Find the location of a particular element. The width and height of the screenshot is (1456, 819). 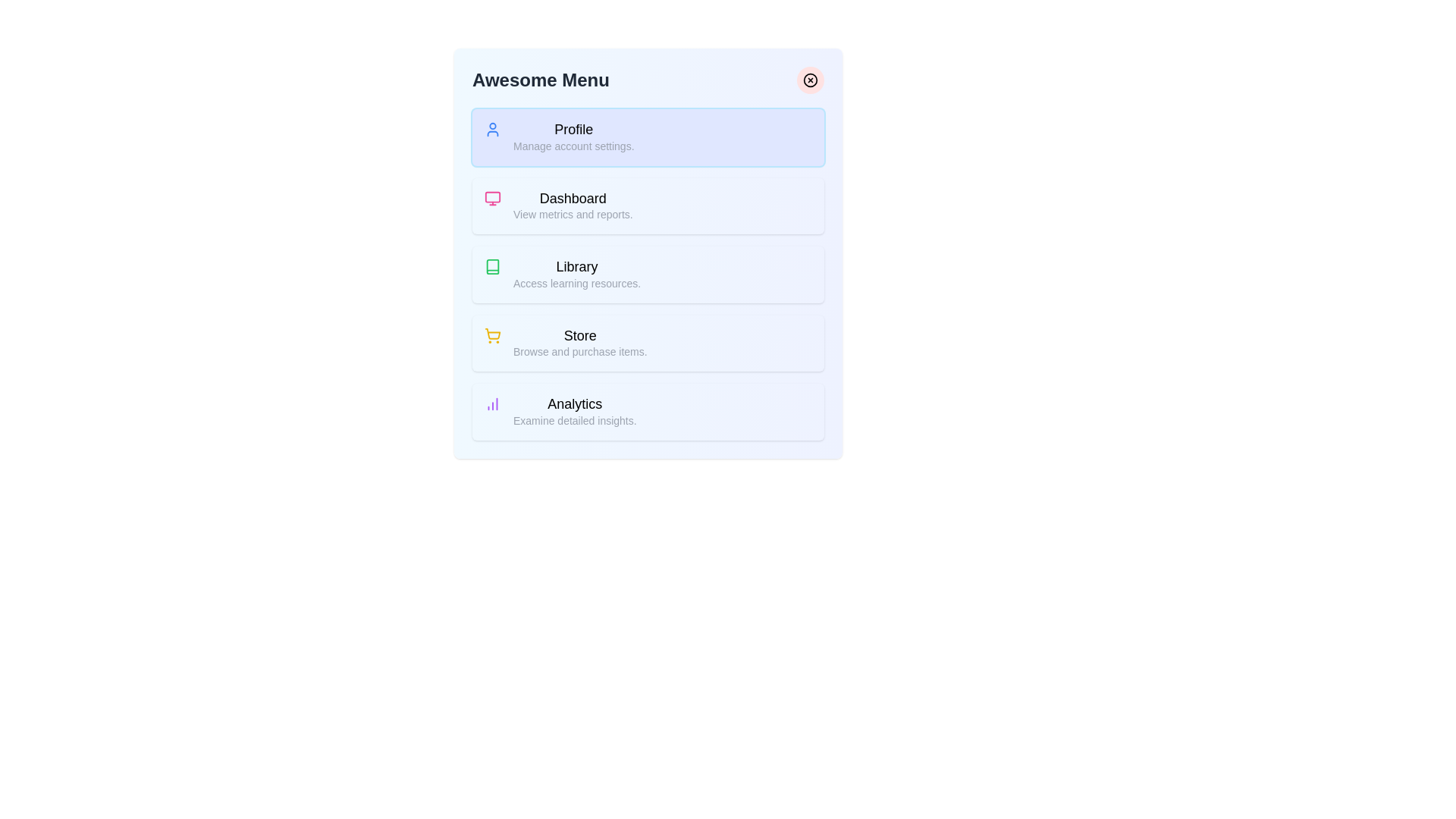

the menu item labeled Store to preview its hover state is located at coordinates (648, 343).